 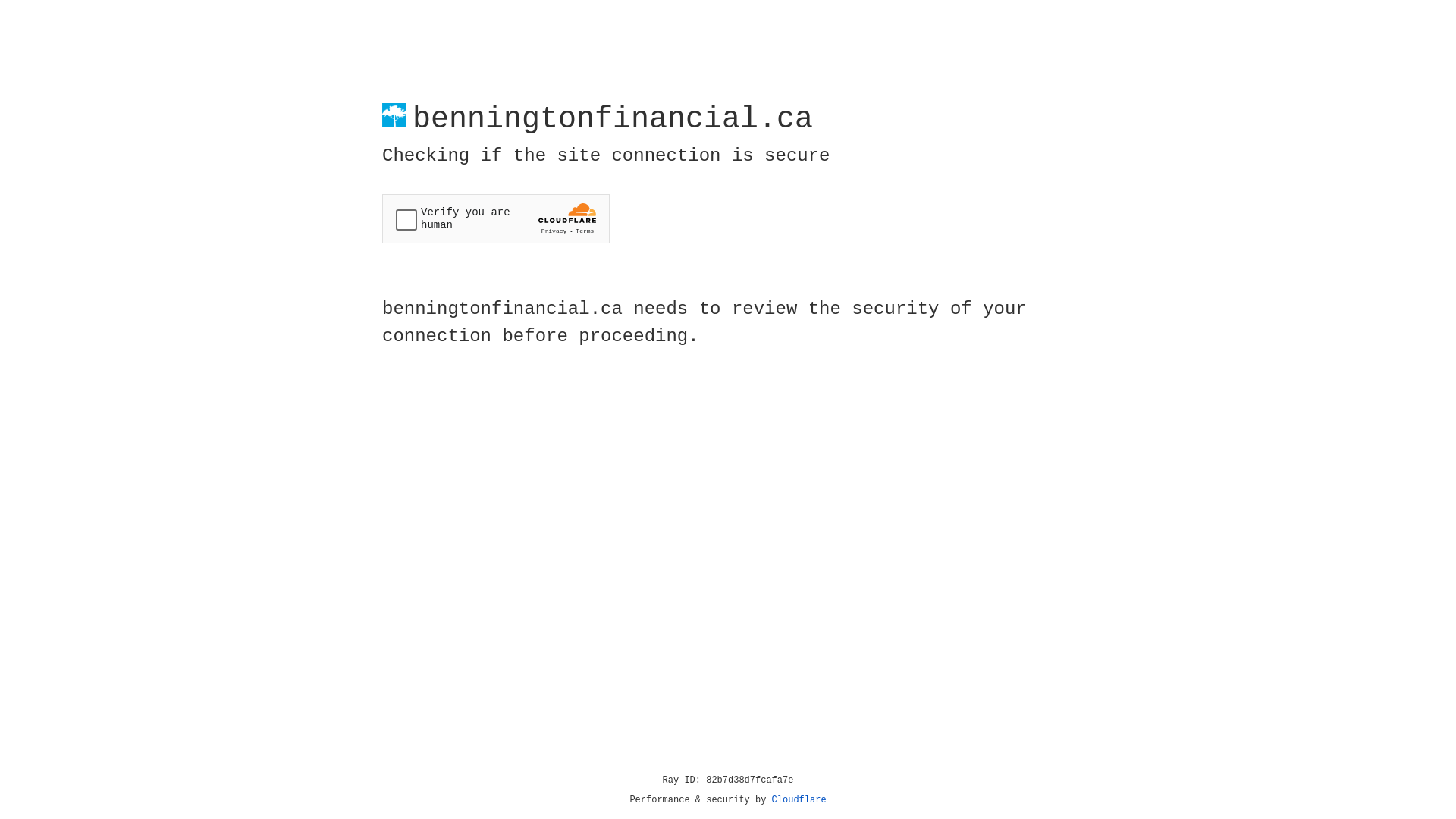 What do you see at coordinates (495, 218) in the screenshot?
I see `'Widget containing a Cloudflare security challenge'` at bounding box center [495, 218].